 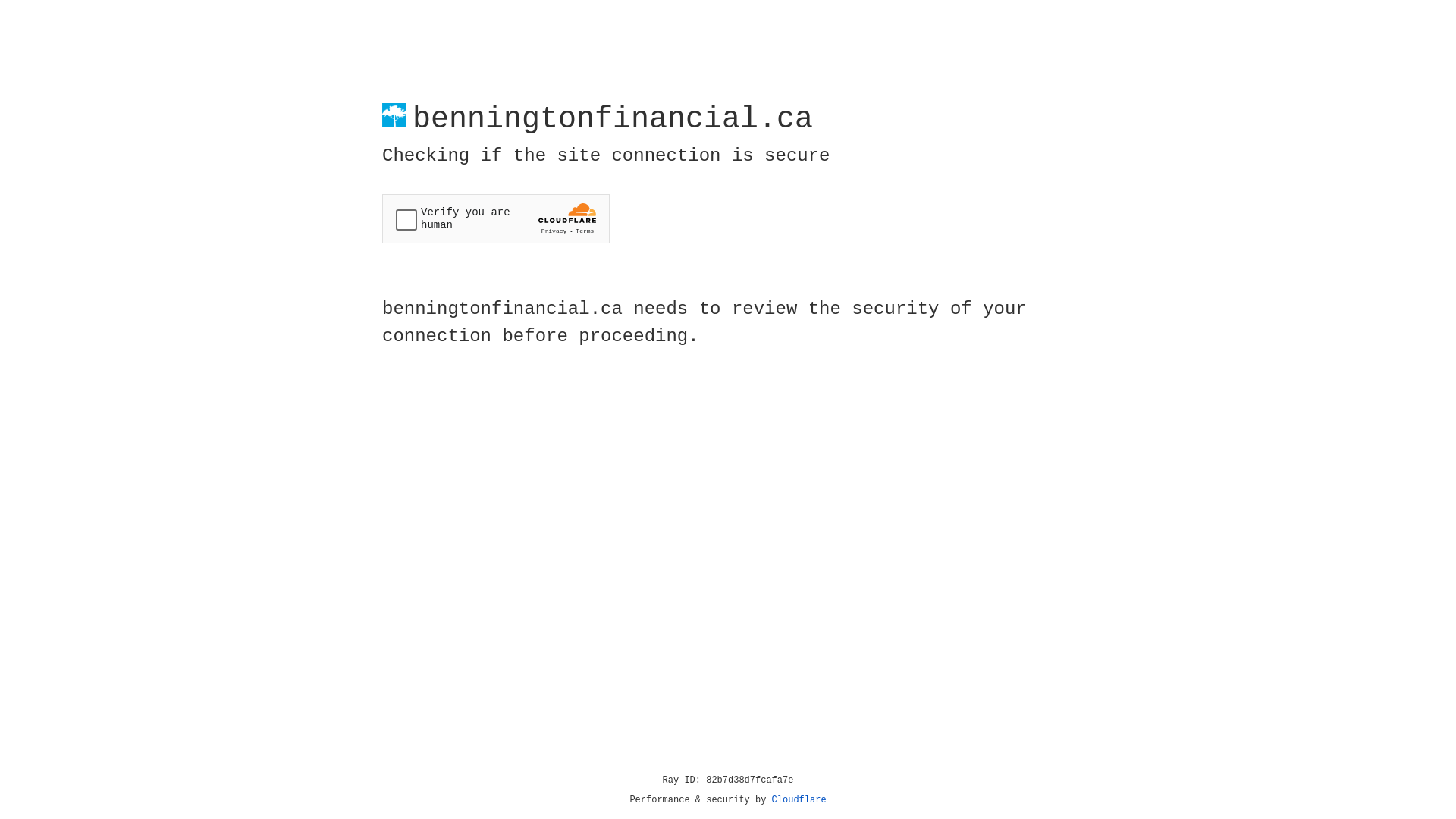 What do you see at coordinates (495, 218) in the screenshot?
I see `'Widget containing a Cloudflare security challenge'` at bounding box center [495, 218].